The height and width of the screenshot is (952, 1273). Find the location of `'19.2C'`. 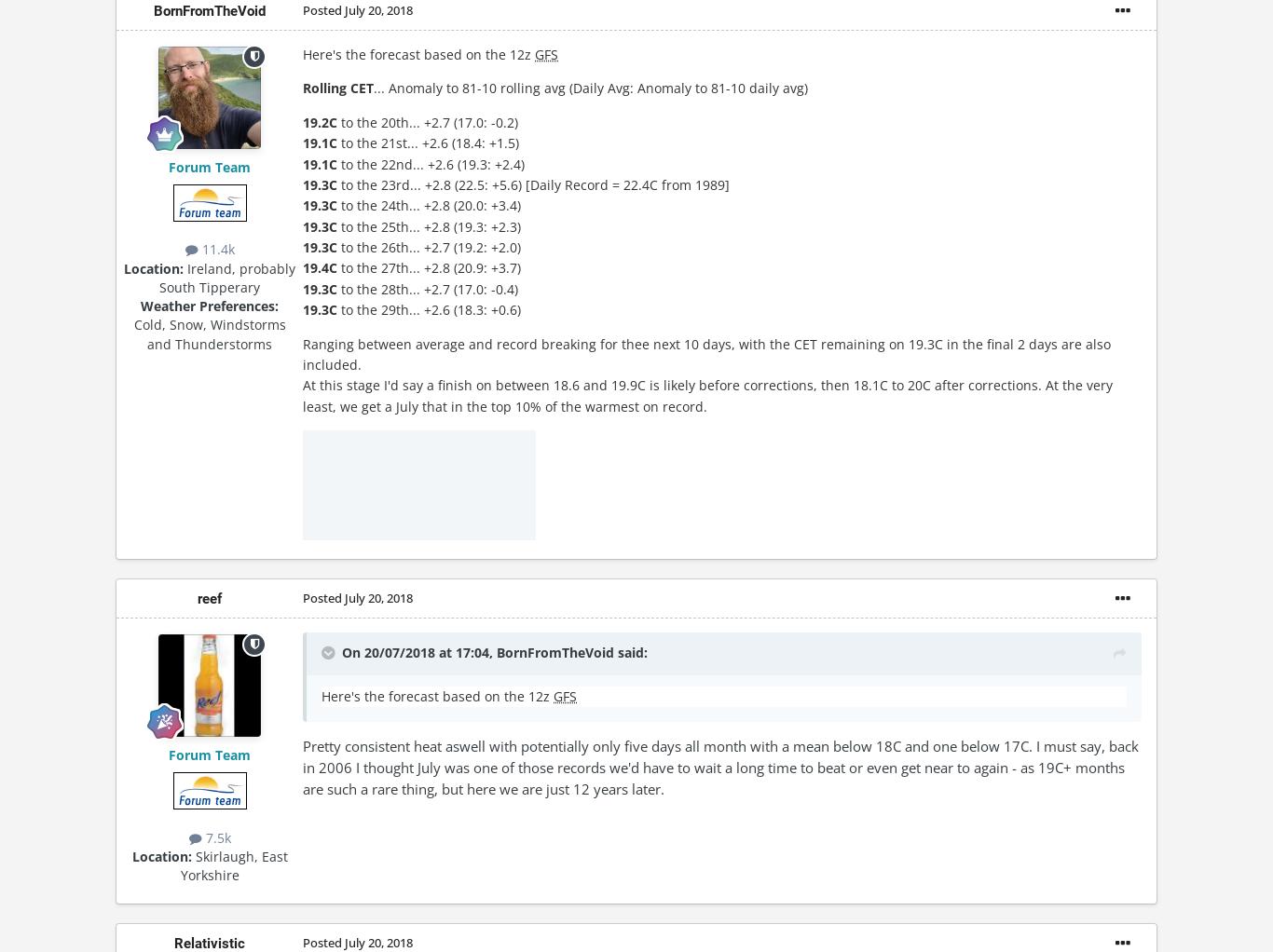

'19.2C' is located at coordinates (319, 121).